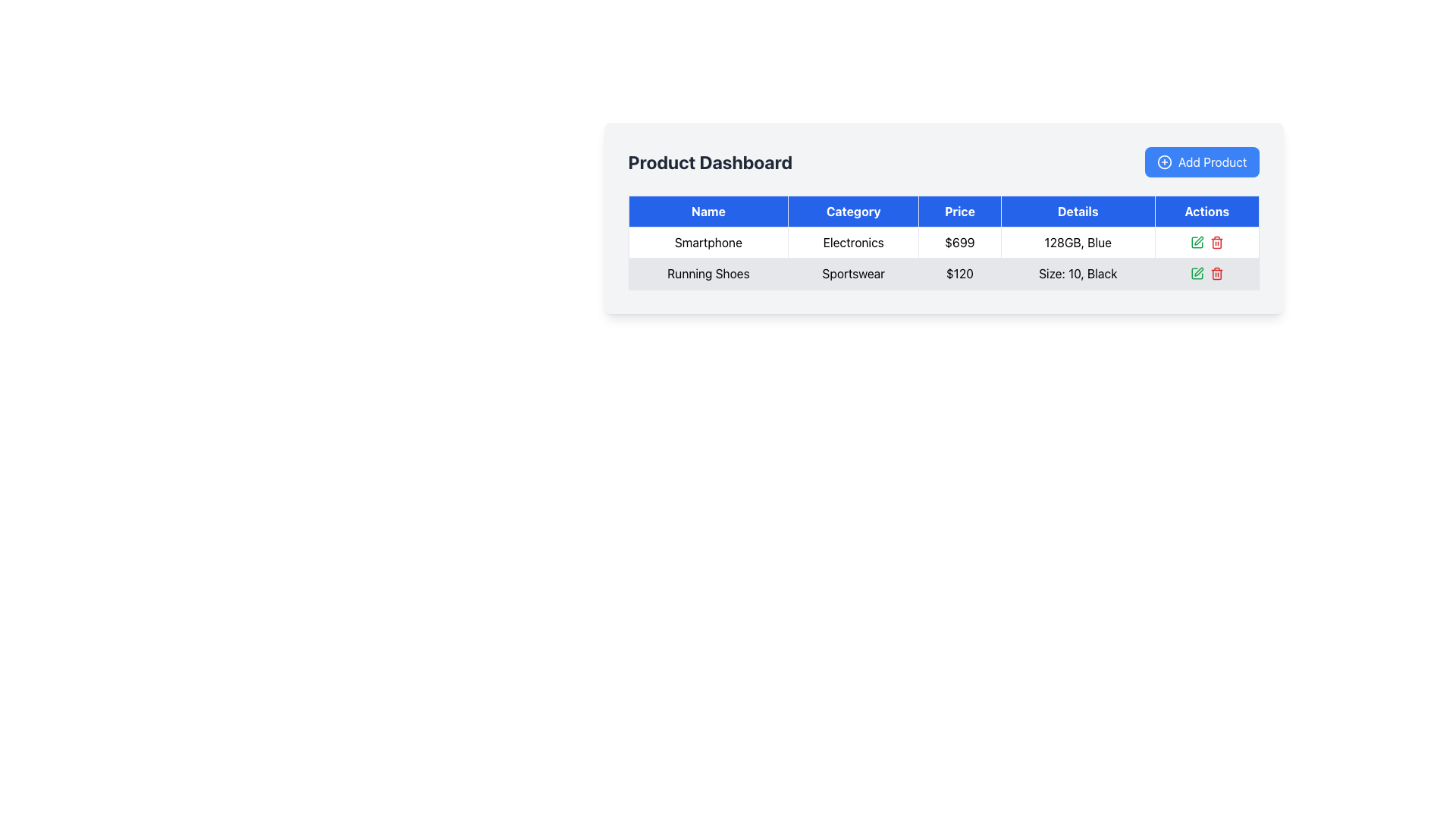 The width and height of the screenshot is (1456, 819). Describe the element at coordinates (943, 257) in the screenshot. I see `the second row of the product table that displays names, categories, prices, and additional details` at that location.